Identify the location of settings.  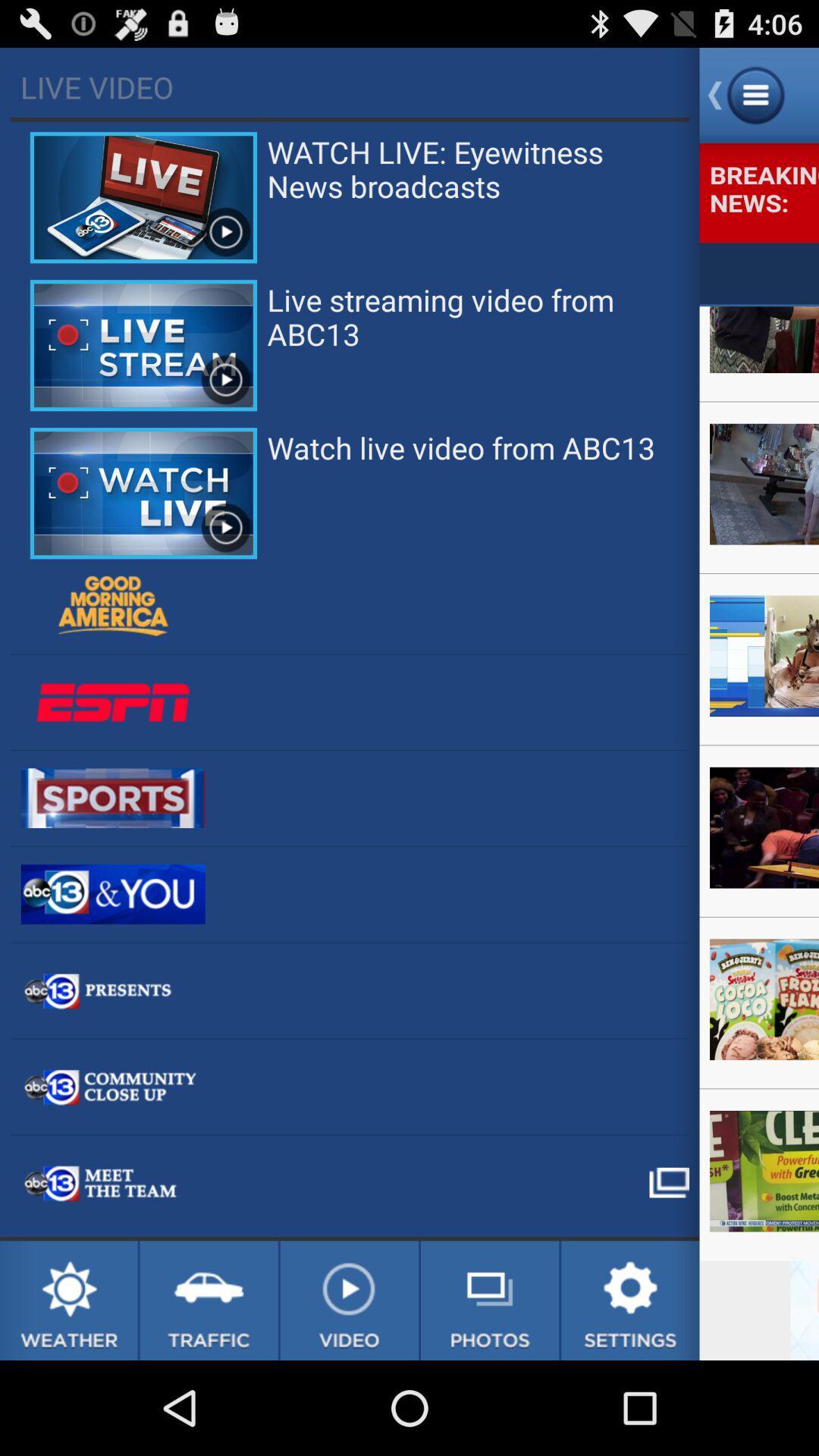
(630, 1300).